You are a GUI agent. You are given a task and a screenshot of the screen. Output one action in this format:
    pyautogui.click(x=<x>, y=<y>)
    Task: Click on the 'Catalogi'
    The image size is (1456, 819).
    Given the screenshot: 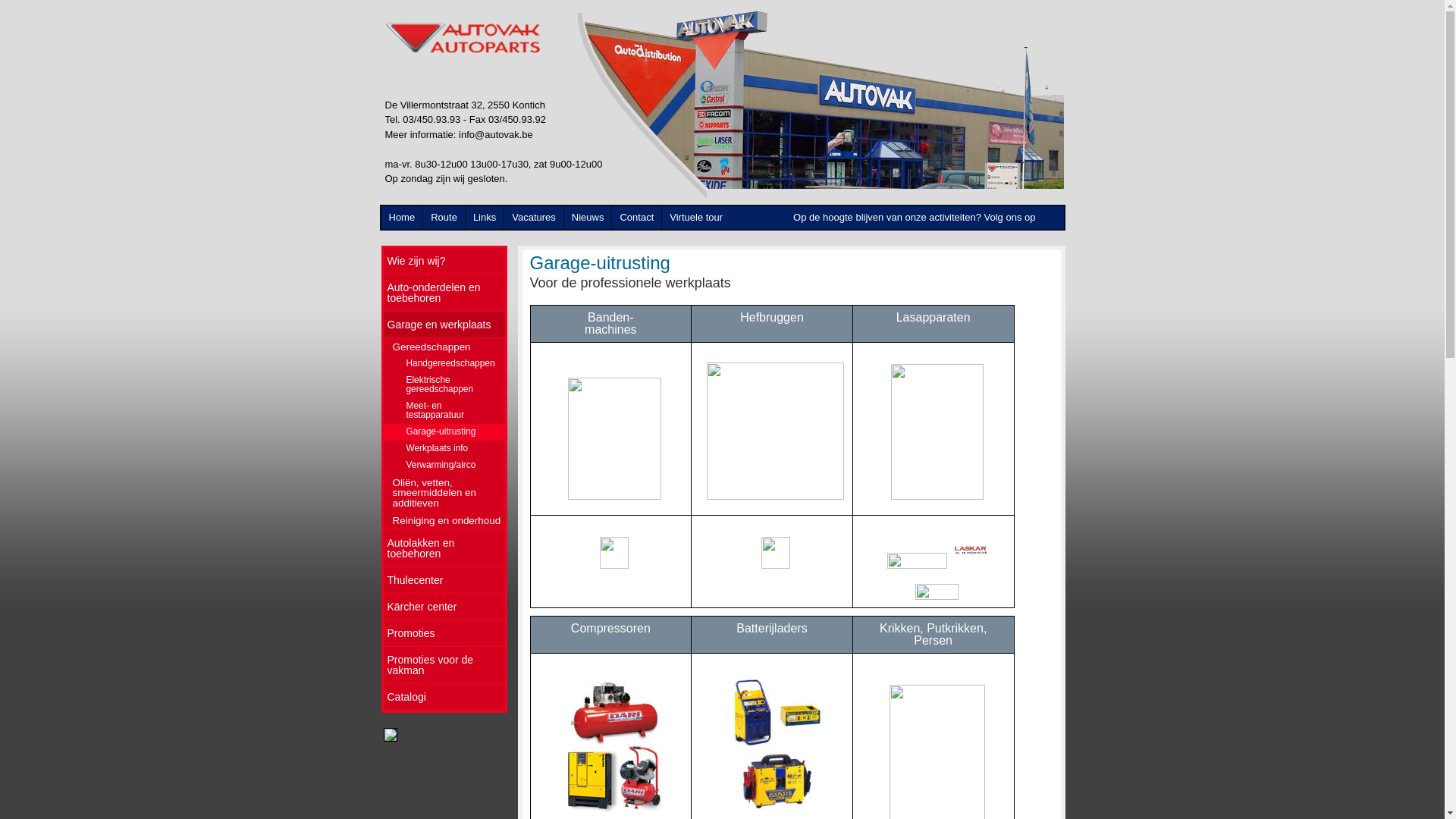 What is the action you would take?
    pyautogui.click(x=443, y=697)
    